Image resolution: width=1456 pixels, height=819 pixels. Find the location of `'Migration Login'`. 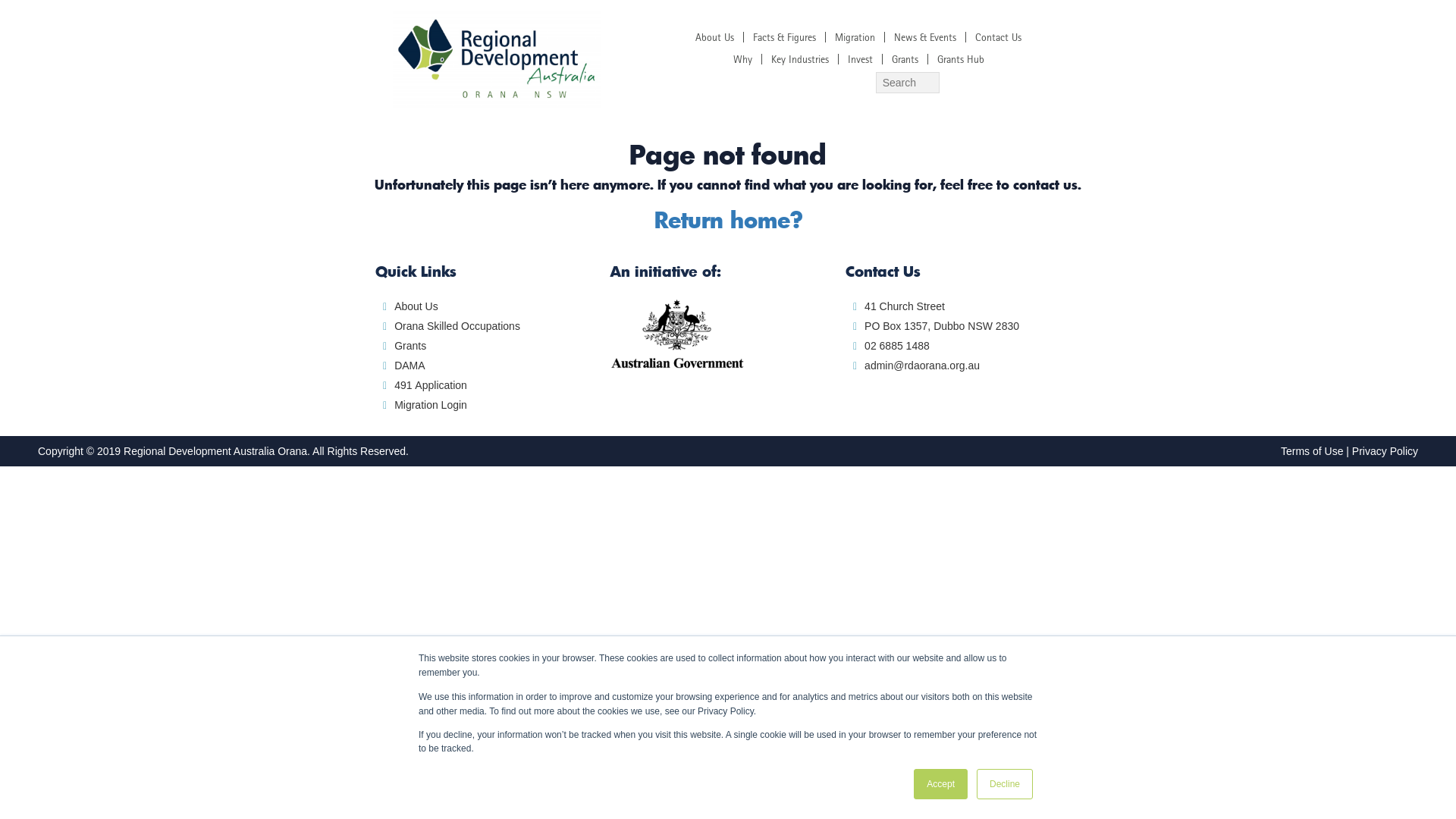

'Migration Login' is located at coordinates (429, 403).